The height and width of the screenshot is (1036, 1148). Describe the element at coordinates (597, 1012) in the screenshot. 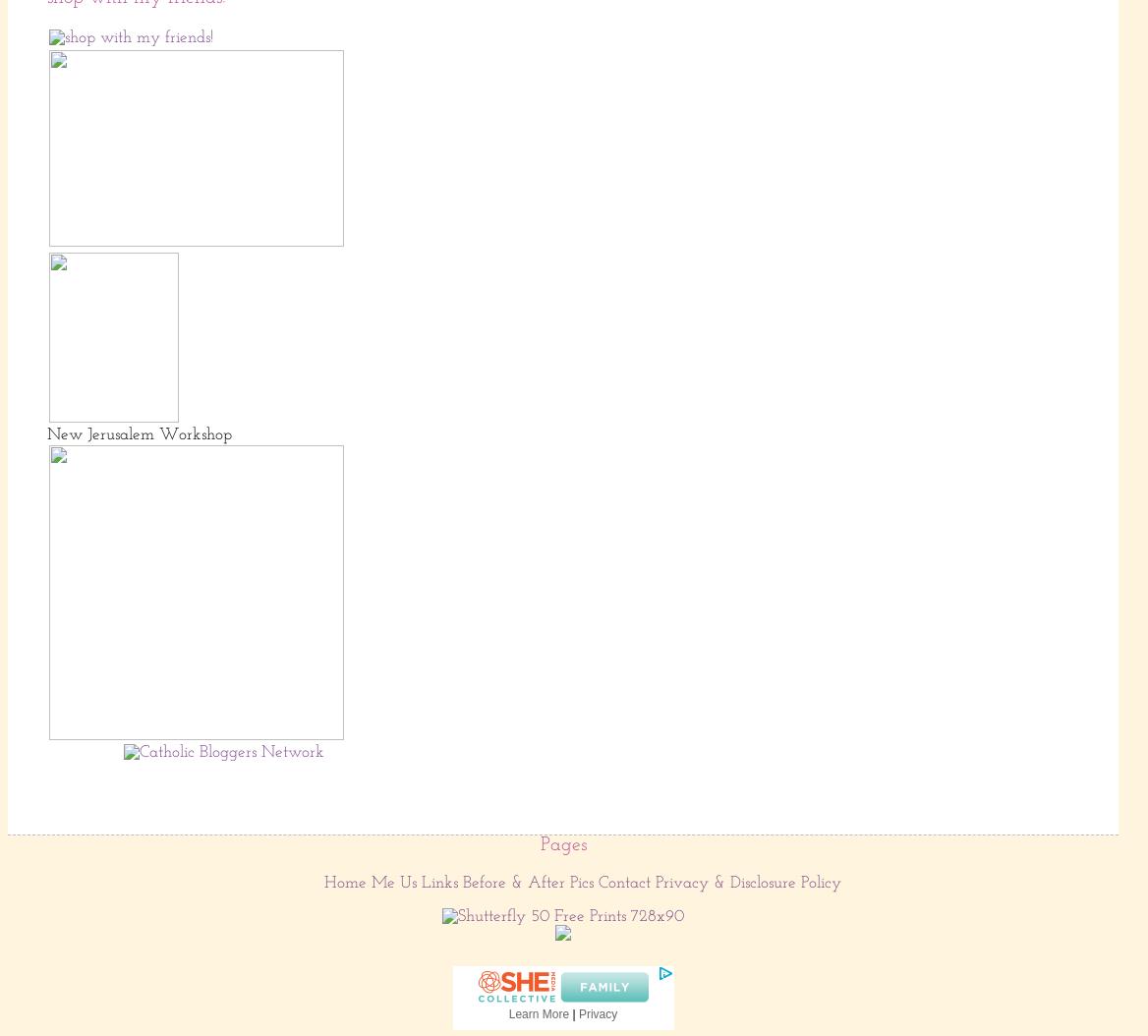

I see `'Privacy'` at that location.